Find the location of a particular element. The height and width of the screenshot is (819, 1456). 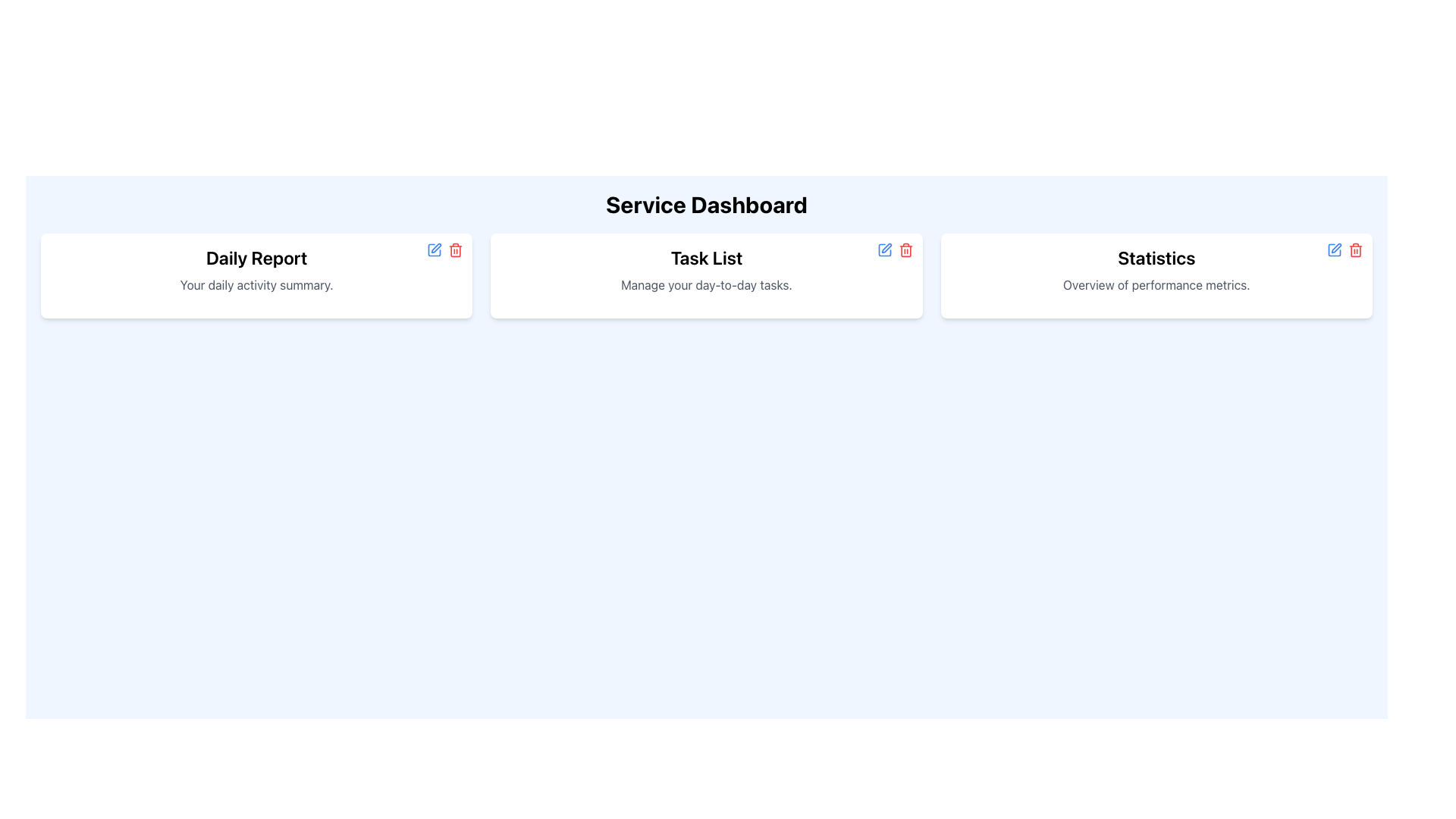

the title text element that introduces the card's content, which is located at the center of the middle card in a row of three cards is located at coordinates (705, 256).